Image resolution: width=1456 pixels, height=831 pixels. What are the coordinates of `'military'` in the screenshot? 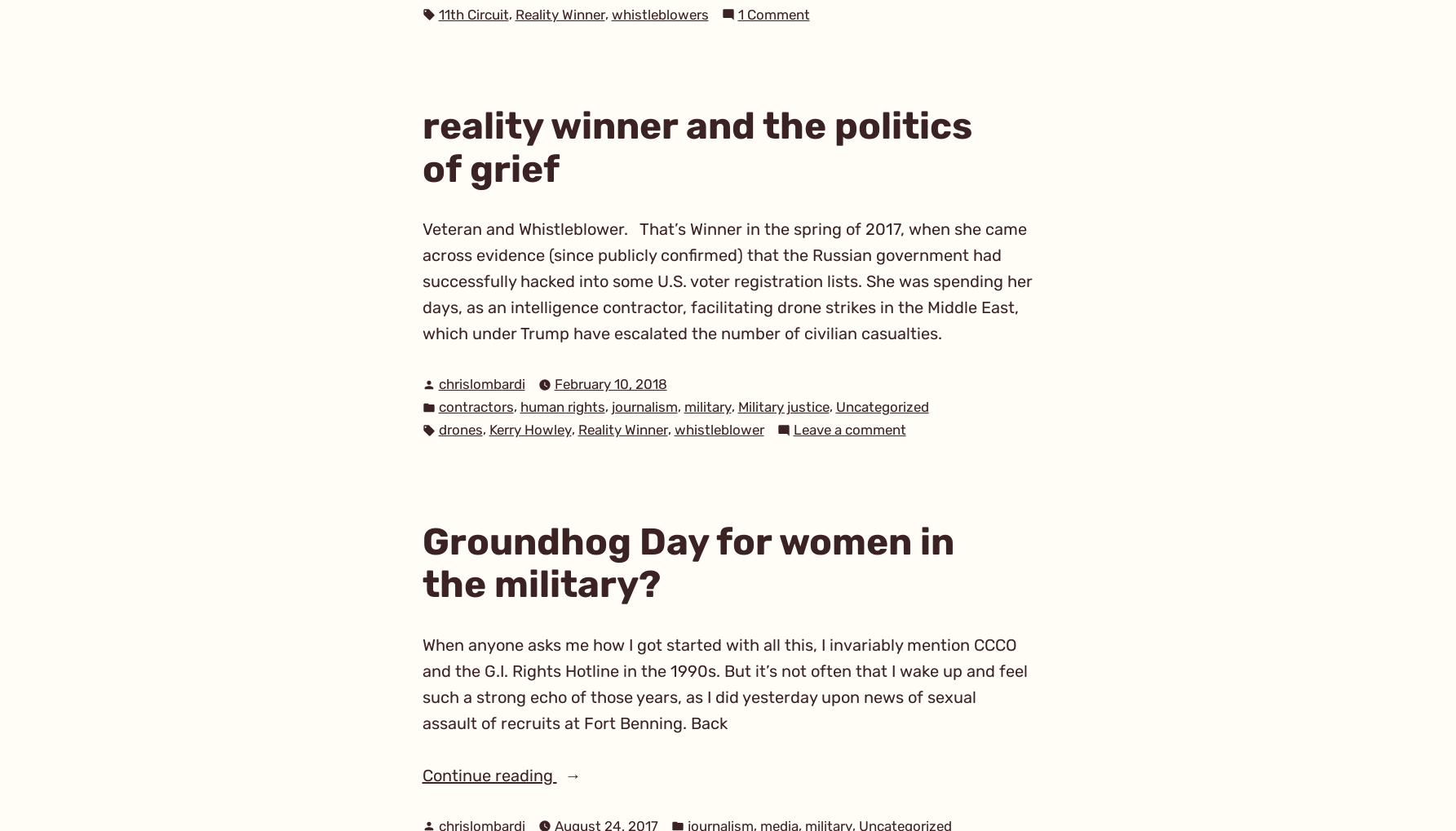 It's located at (706, 406).